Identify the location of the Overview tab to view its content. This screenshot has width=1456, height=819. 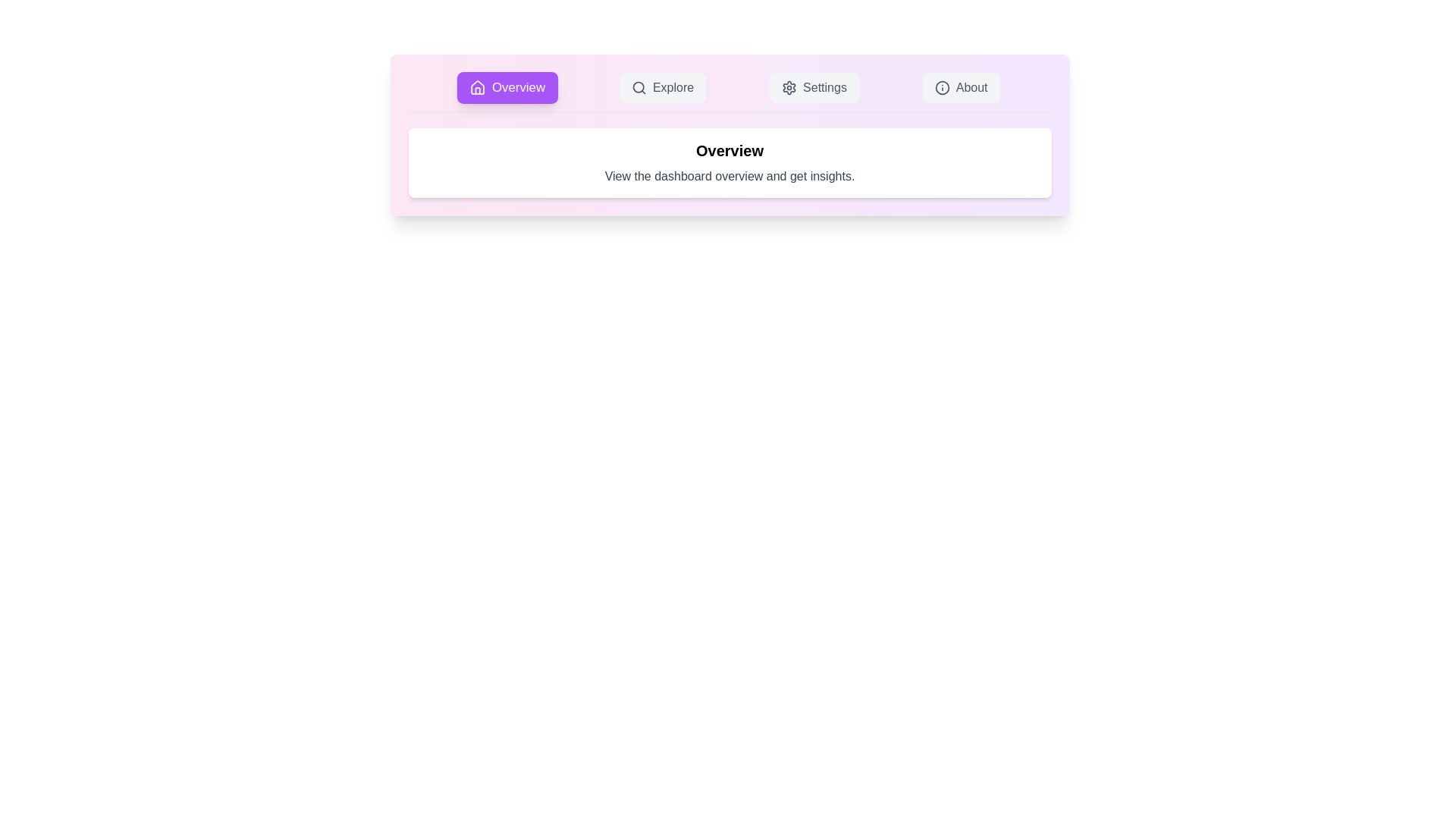
(507, 87).